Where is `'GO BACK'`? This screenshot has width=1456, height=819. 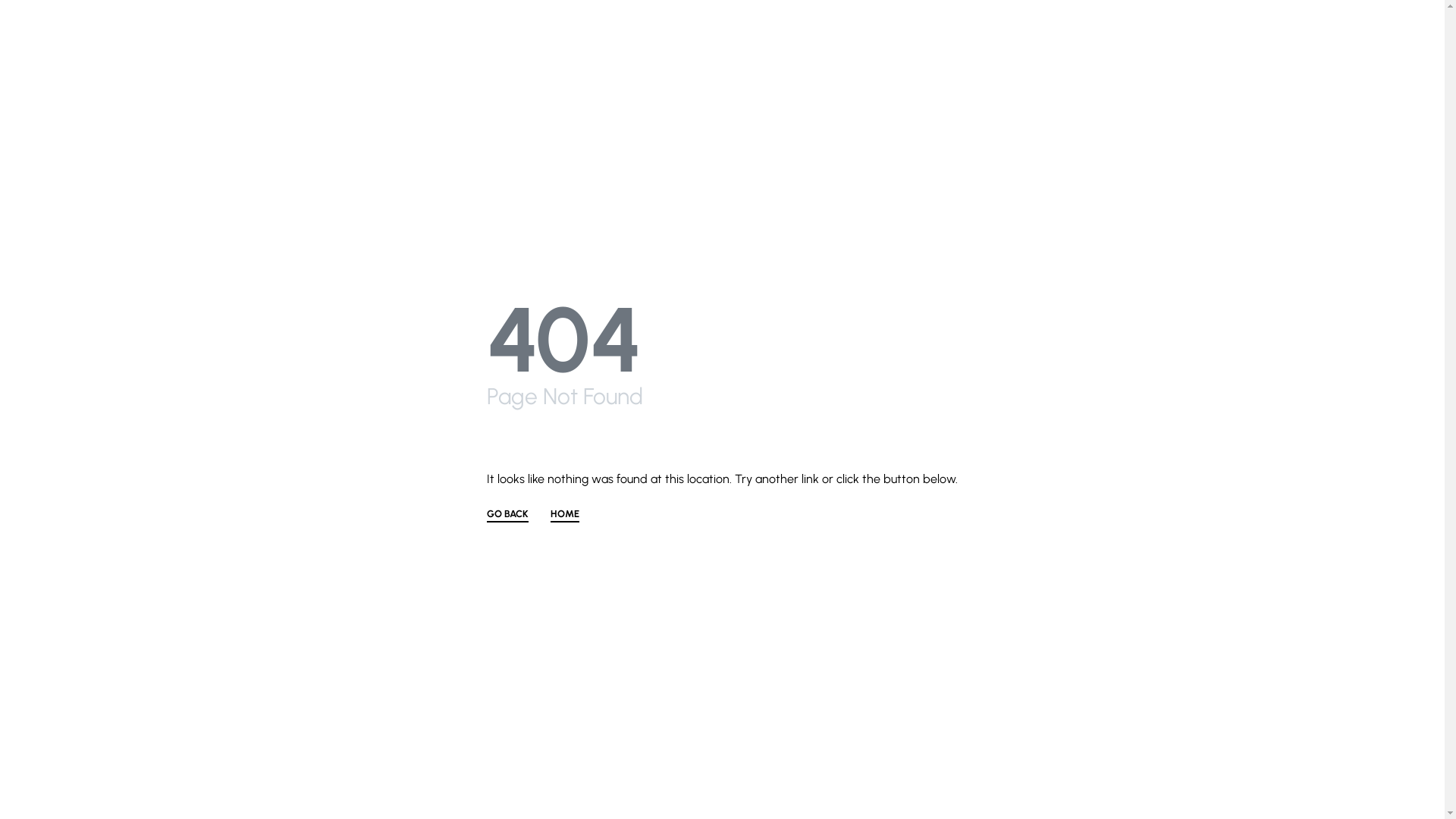
'GO BACK' is located at coordinates (507, 514).